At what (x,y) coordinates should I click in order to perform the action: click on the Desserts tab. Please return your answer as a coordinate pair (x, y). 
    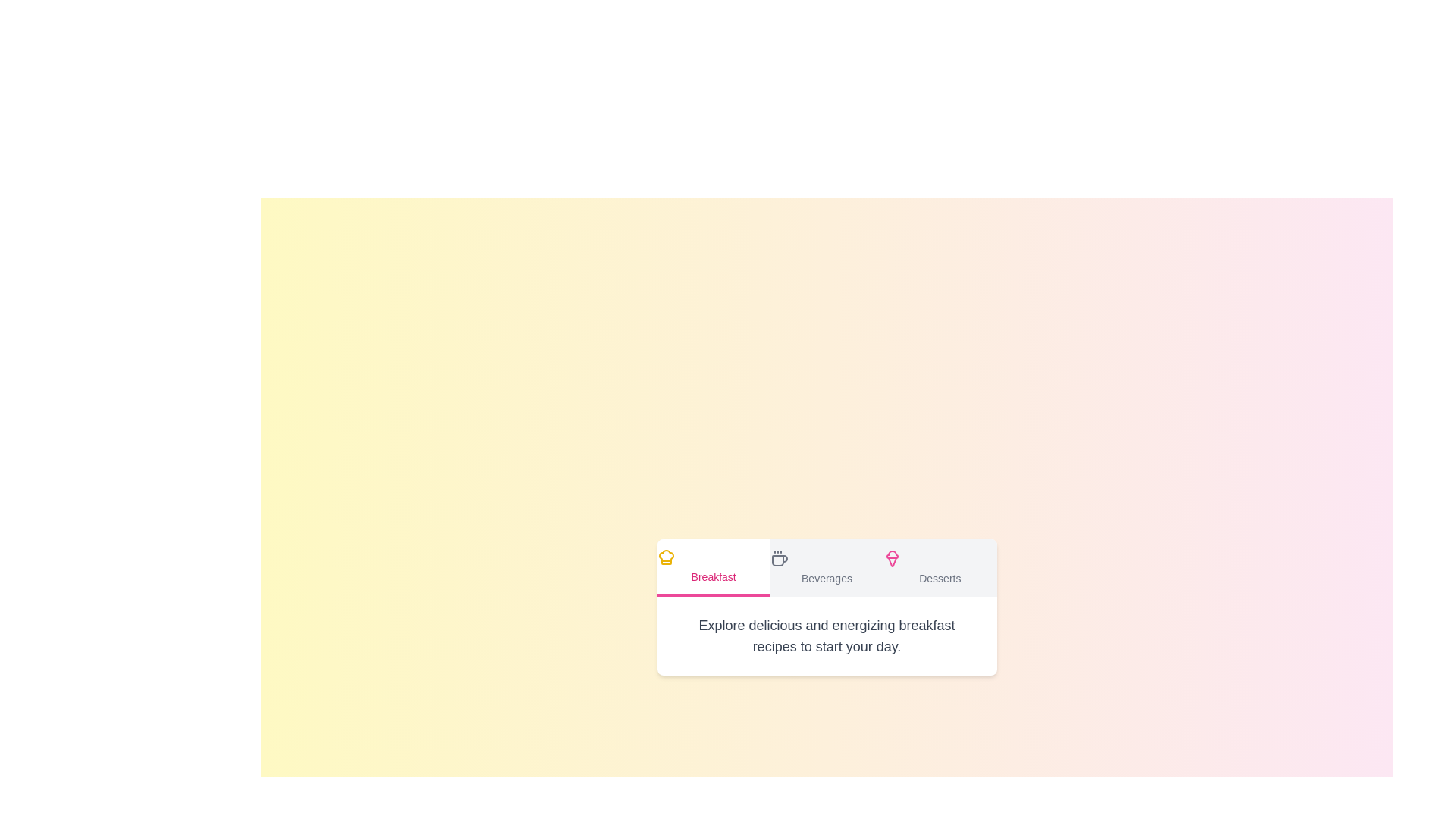
    Looking at the image, I should click on (939, 567).